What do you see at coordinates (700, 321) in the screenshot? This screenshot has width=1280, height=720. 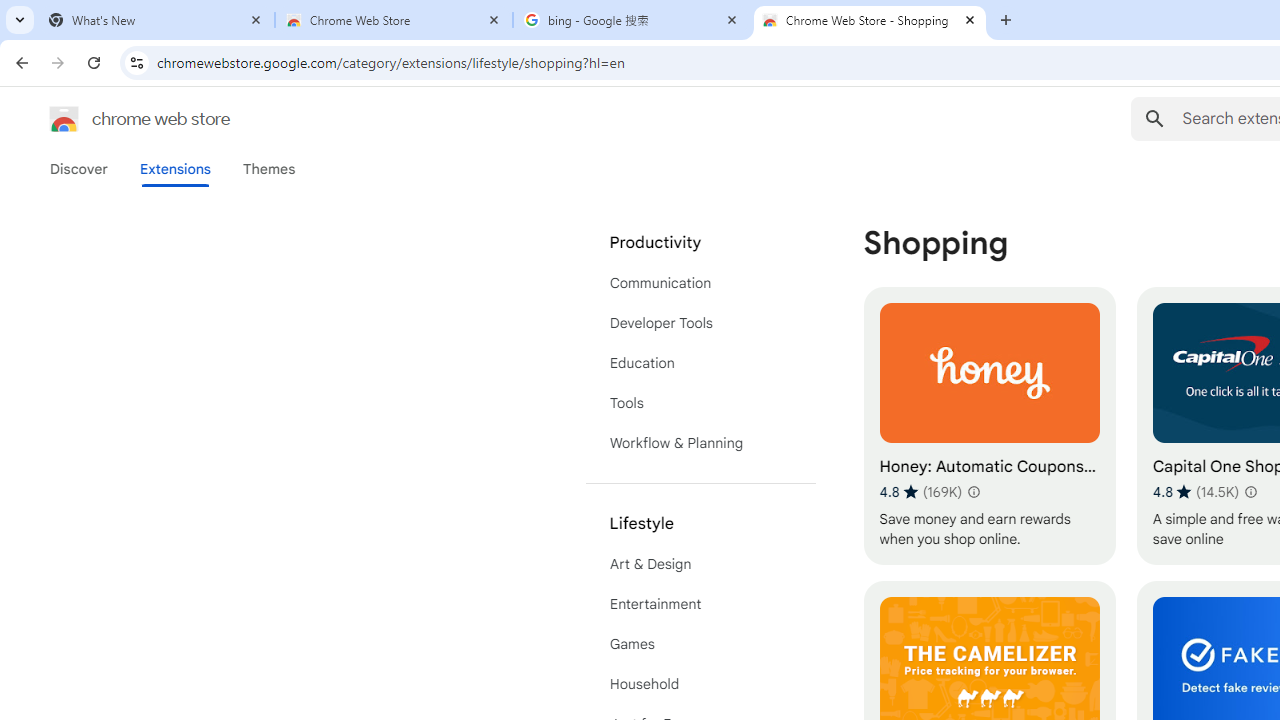 I see `'Developer Tools'` at bounding box center [700, 321].